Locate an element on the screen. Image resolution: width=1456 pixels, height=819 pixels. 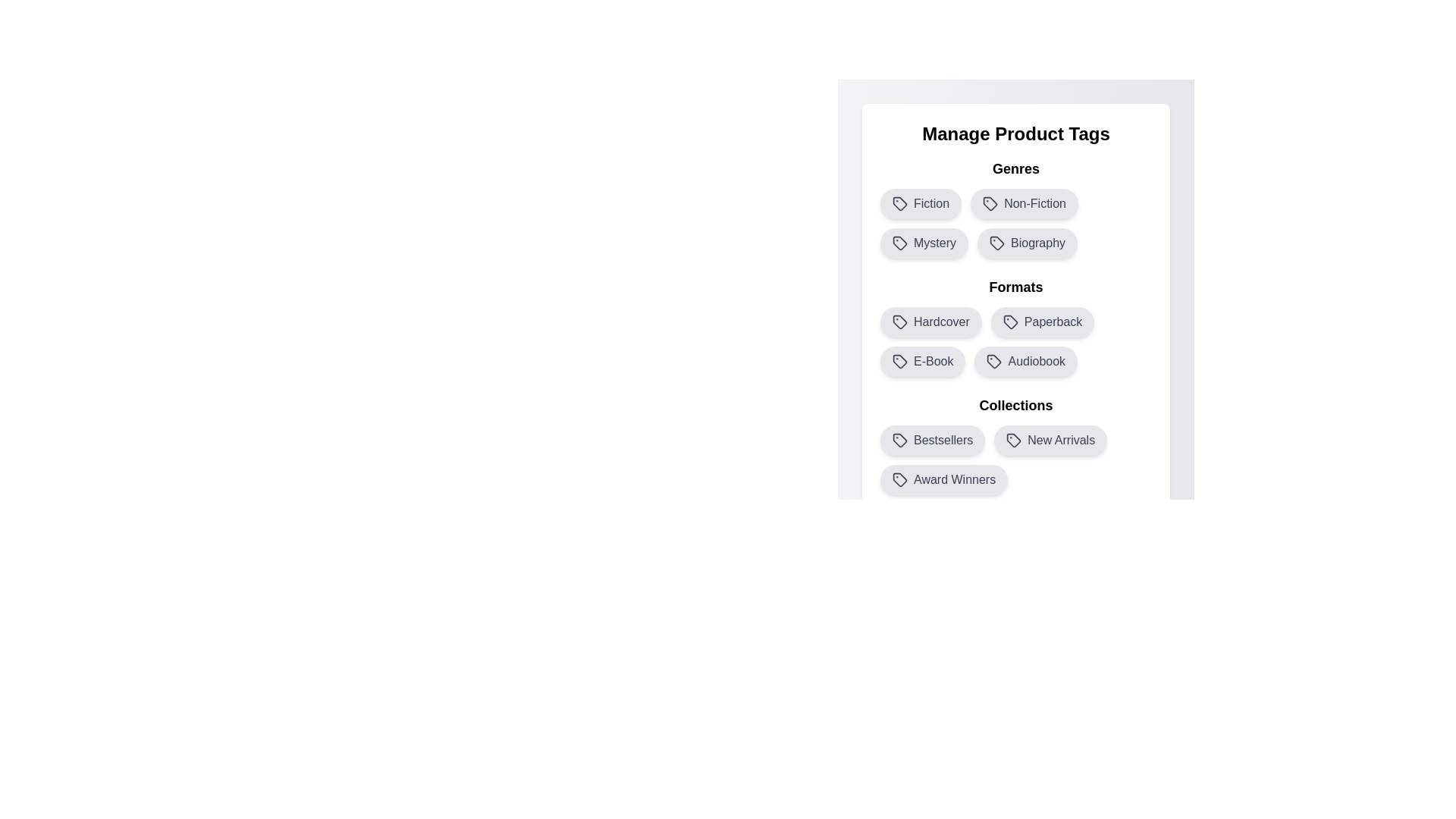
the tag icon representing 'Non-Fiction' located in the top-right corner of the 'Genres' group is located at coordinates (990, 202).